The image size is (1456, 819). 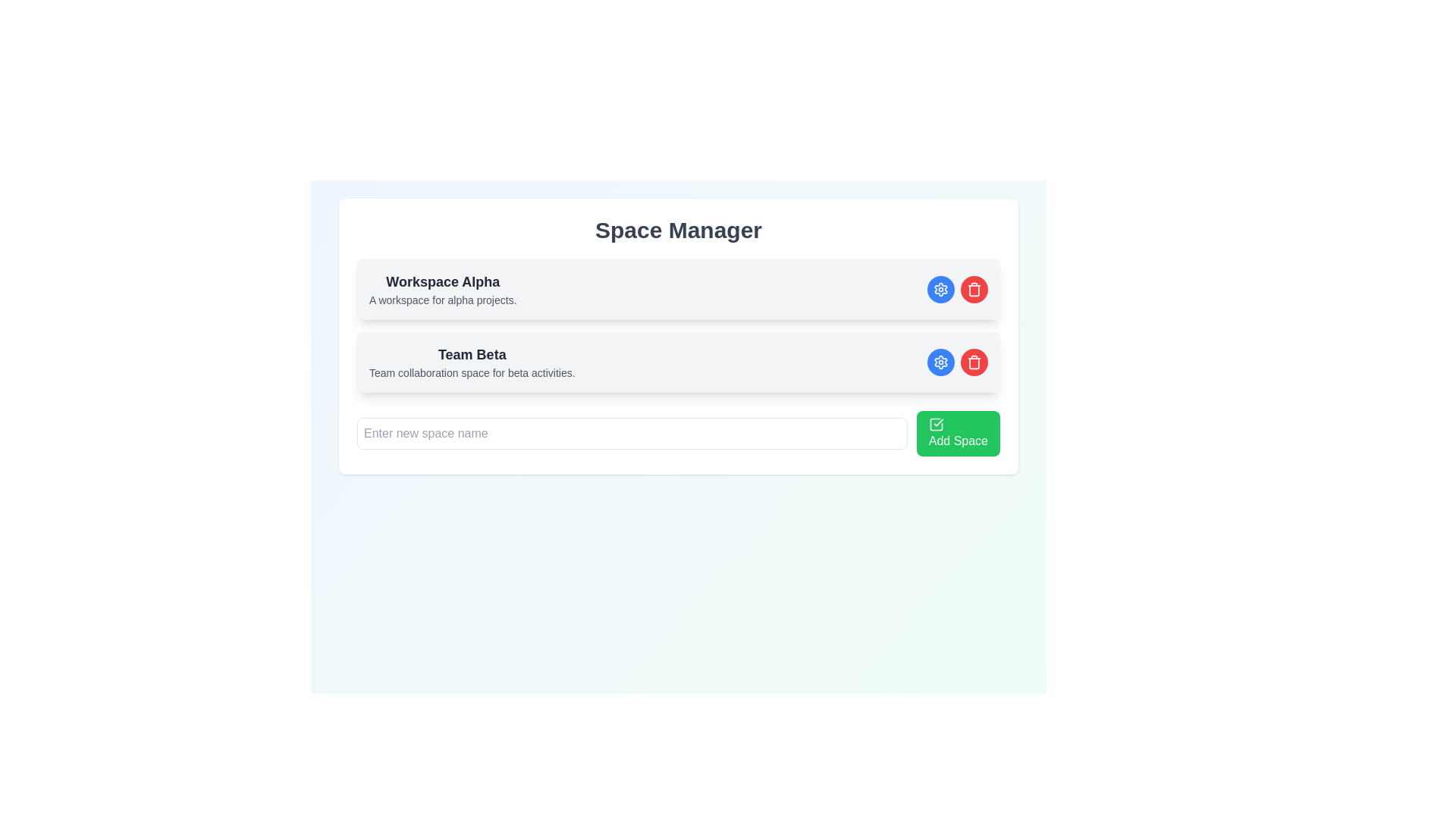 I want to click on the blue gear-shaped icon located to the right of the 'Team Beta' label, so click(x=940, y=289).